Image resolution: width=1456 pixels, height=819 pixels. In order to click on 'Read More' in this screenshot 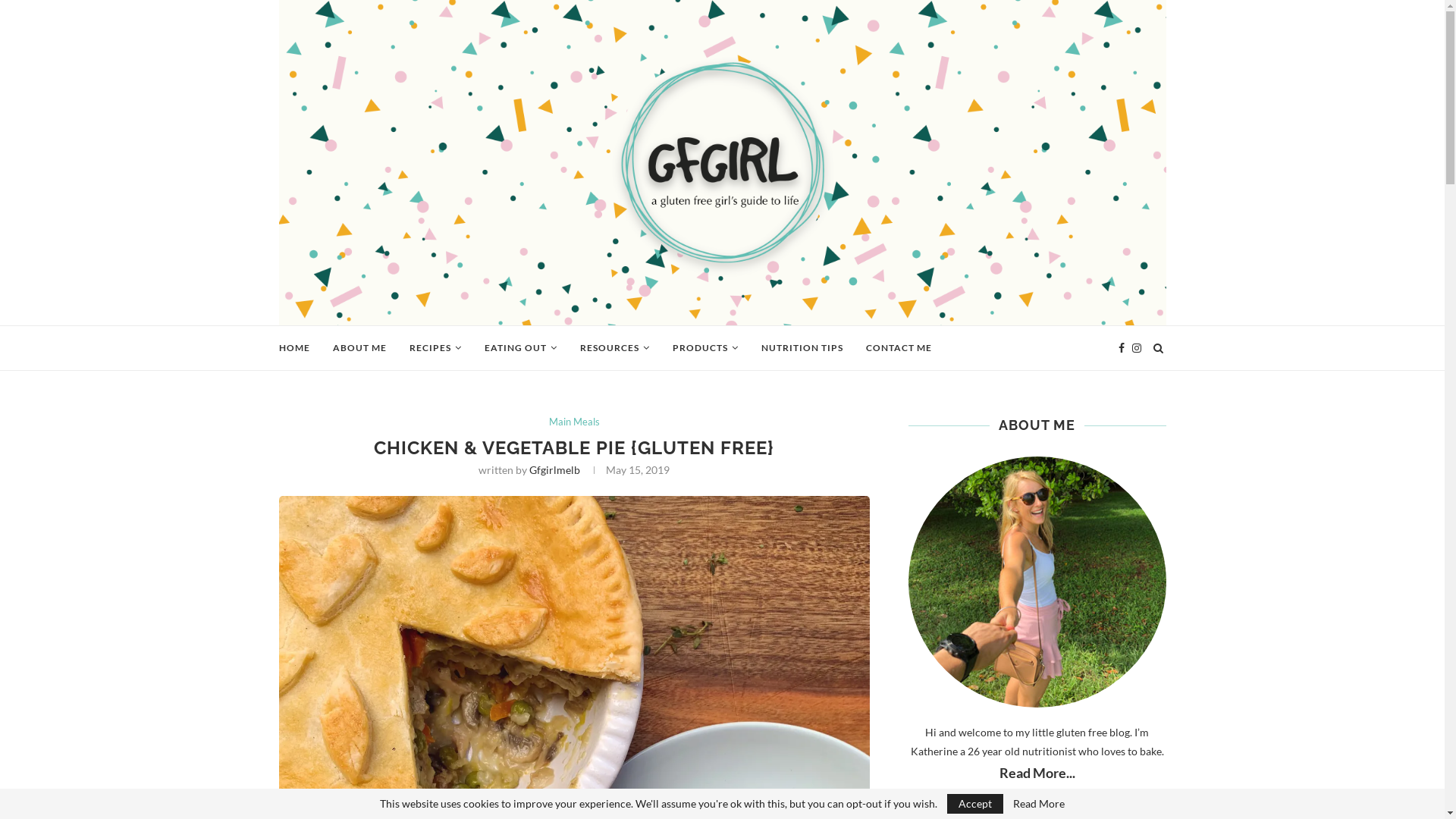, I will do `click(1037, 803)`.